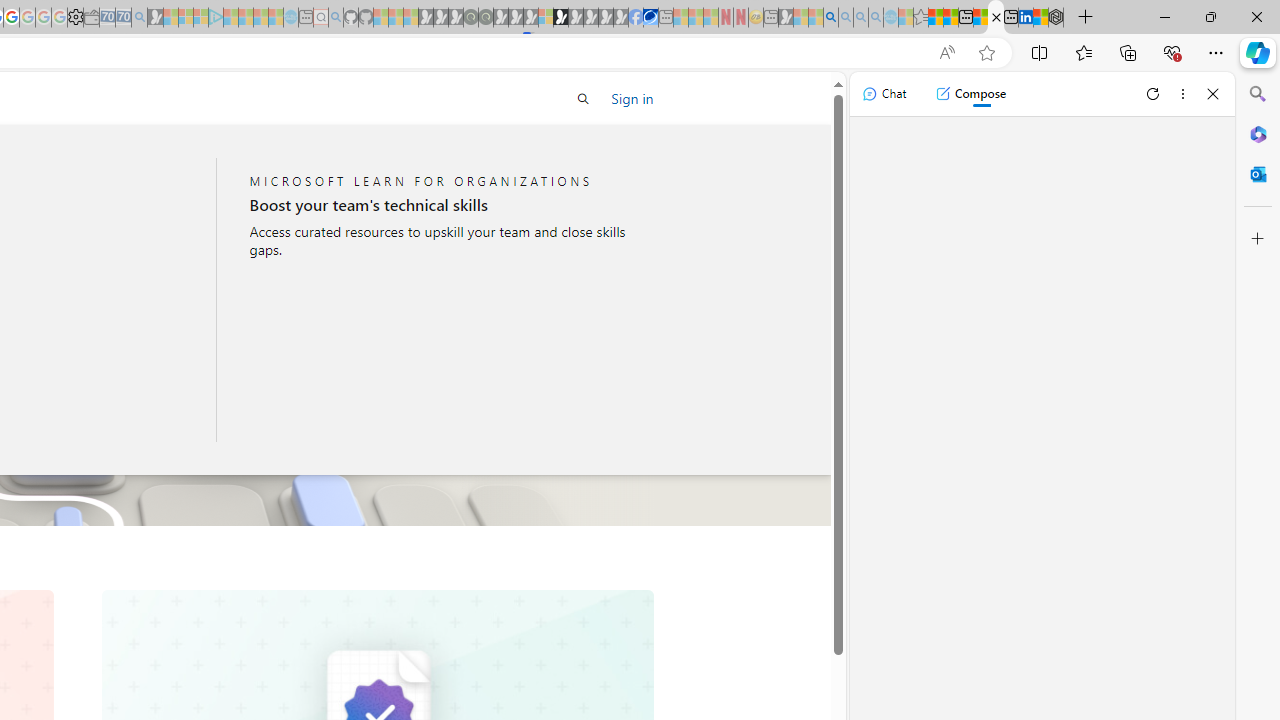  I want to click on 'Microsoft Learn: Build skills that open doors in your career', so click(996, 17).